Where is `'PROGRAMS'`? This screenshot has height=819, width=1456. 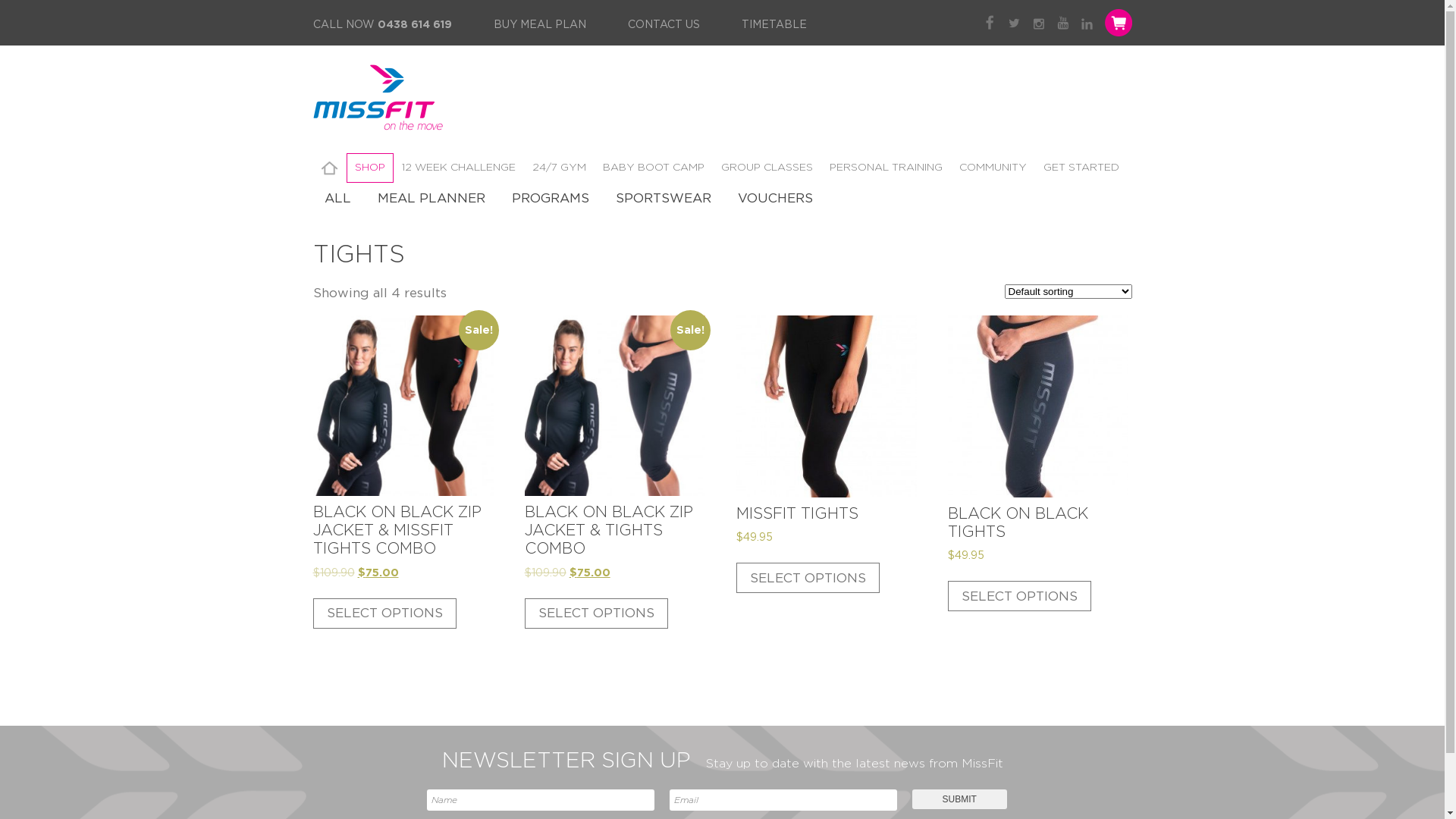
'PROGRAMS' is located at coordinates (549, 197).